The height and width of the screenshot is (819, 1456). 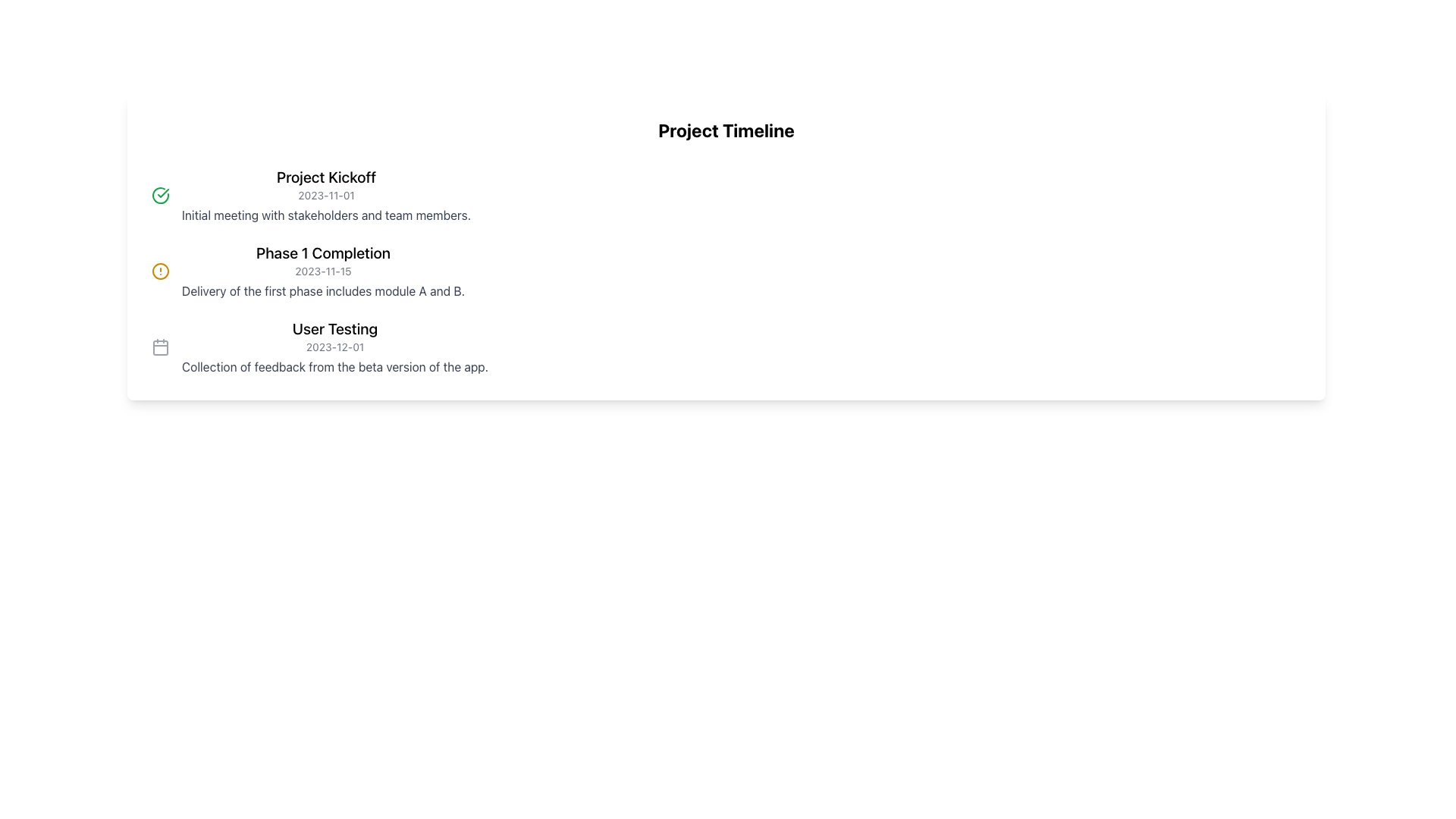 What do you see at coordinates (160, 348) in the screenshot?
I see `the rounded rectangle shape that forms the main body of the calendar icon located to the left of the 'User Testing' event heading` at bounding box center [160, 348].